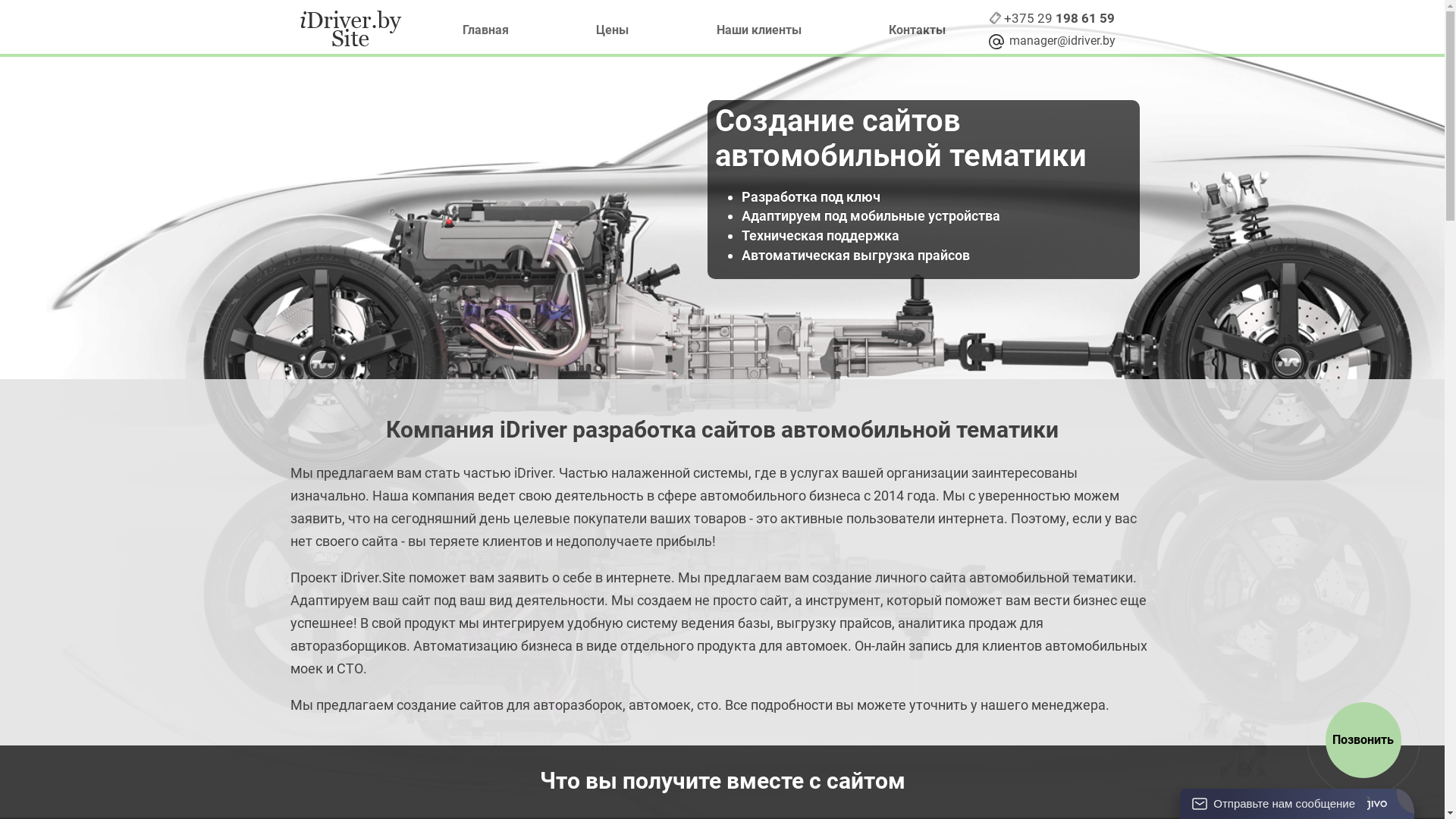 Image resolution: width=1456 pixels, height=819 pixels. Describe the element at coordinates (1059, 40) in the screenshot. I see `'manager@idriver.by'` at that location.